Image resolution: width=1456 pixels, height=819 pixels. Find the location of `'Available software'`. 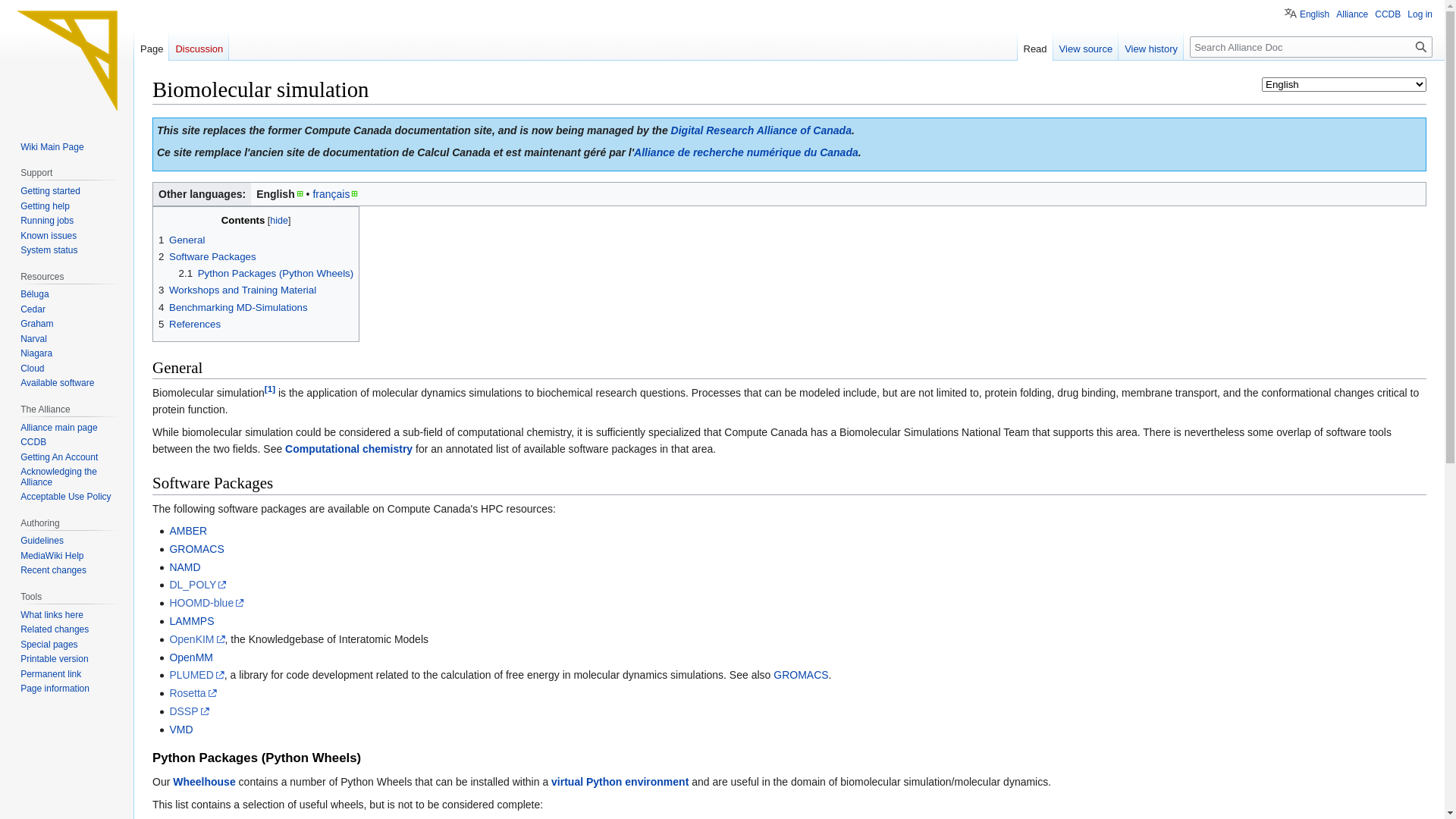

'Available software' is located at coordinates (57, 382).